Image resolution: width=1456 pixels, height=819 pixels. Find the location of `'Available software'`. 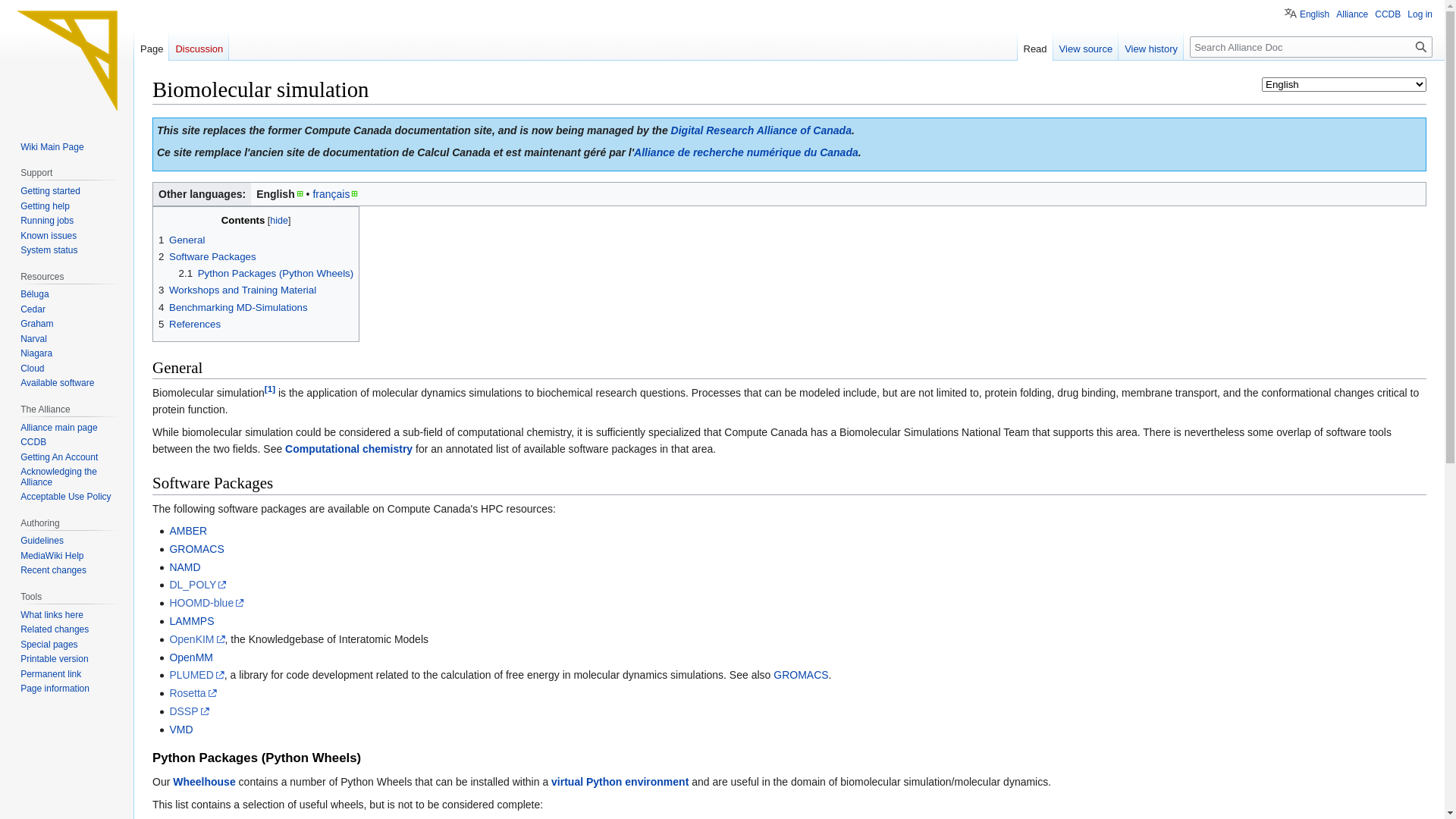

'Available software' is located at coordinates (57, 382).